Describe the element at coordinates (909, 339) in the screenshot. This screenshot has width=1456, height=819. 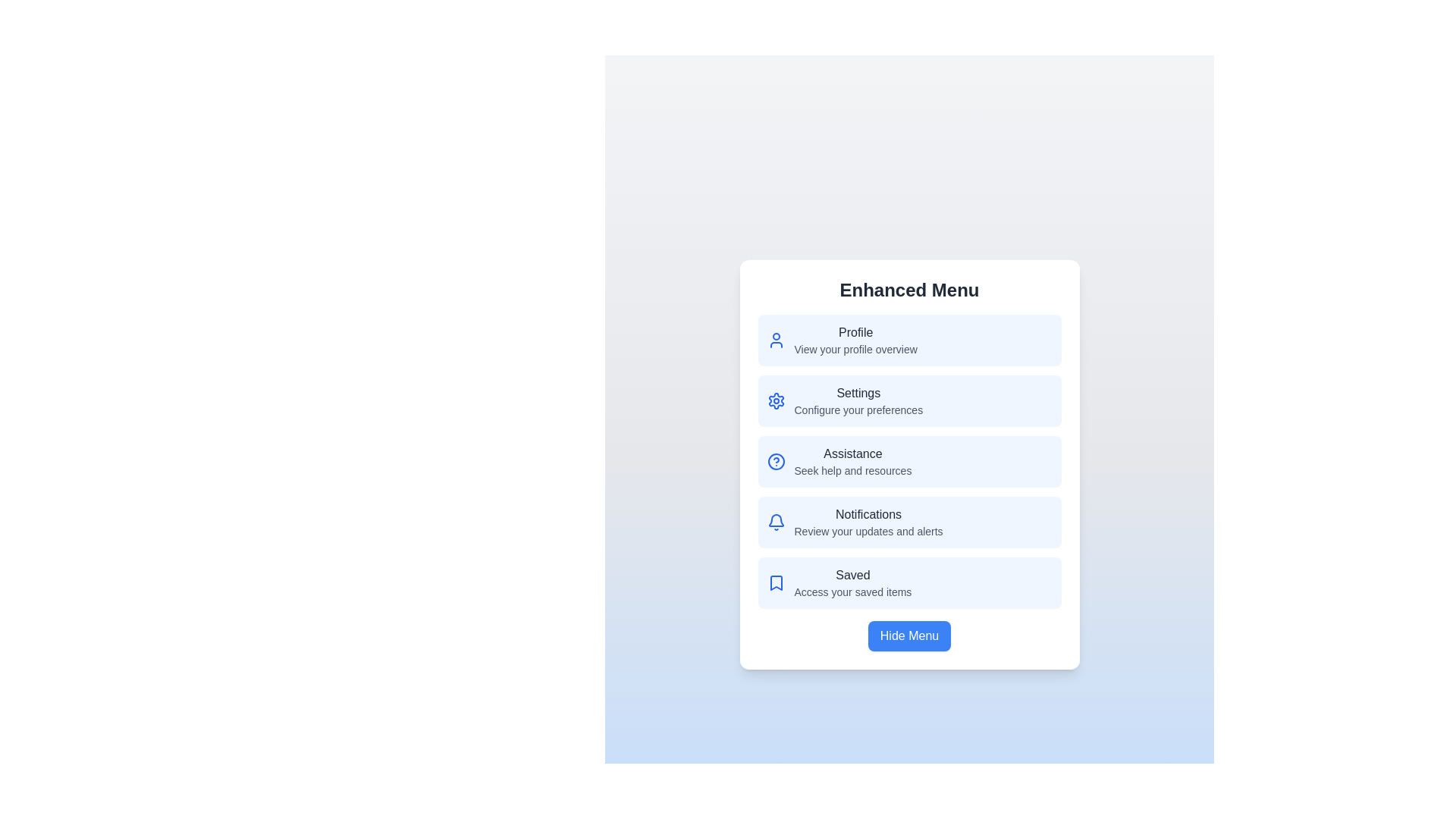
I see `the menu option Profile to view its details` at that location.